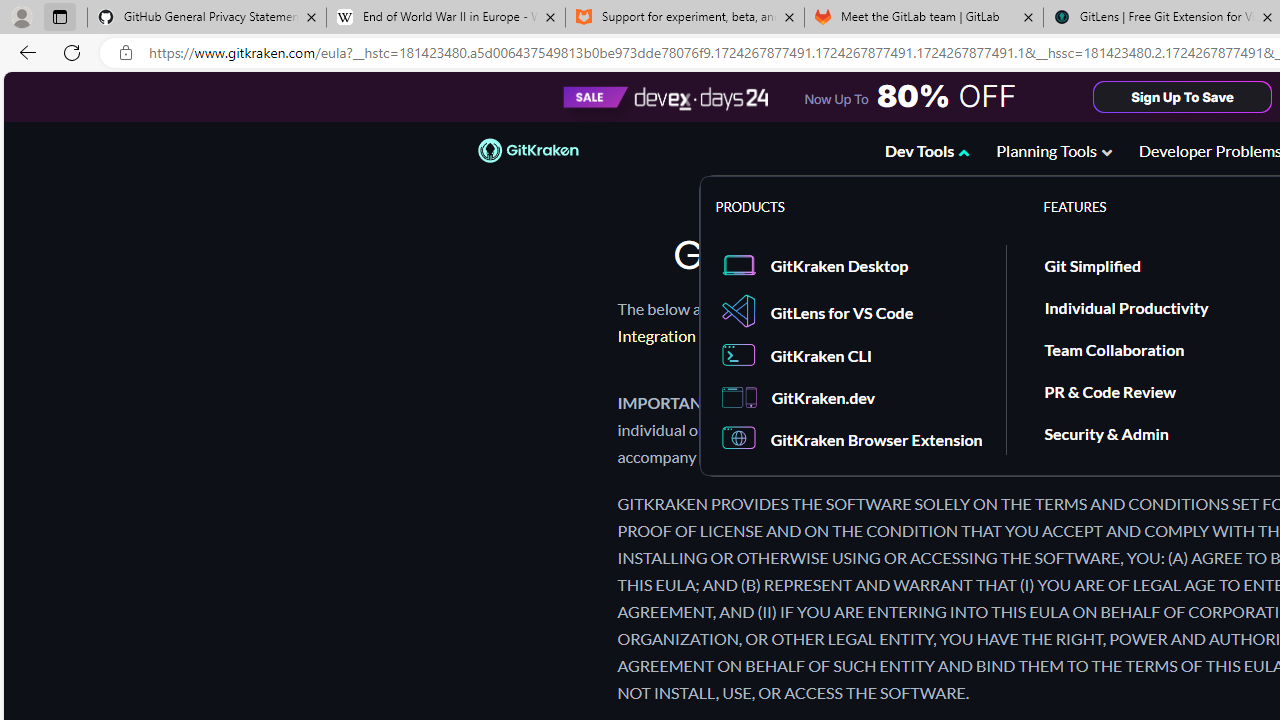  I want to click on 'End of World War II in Europe - Wikipedia', so click(444, 17).